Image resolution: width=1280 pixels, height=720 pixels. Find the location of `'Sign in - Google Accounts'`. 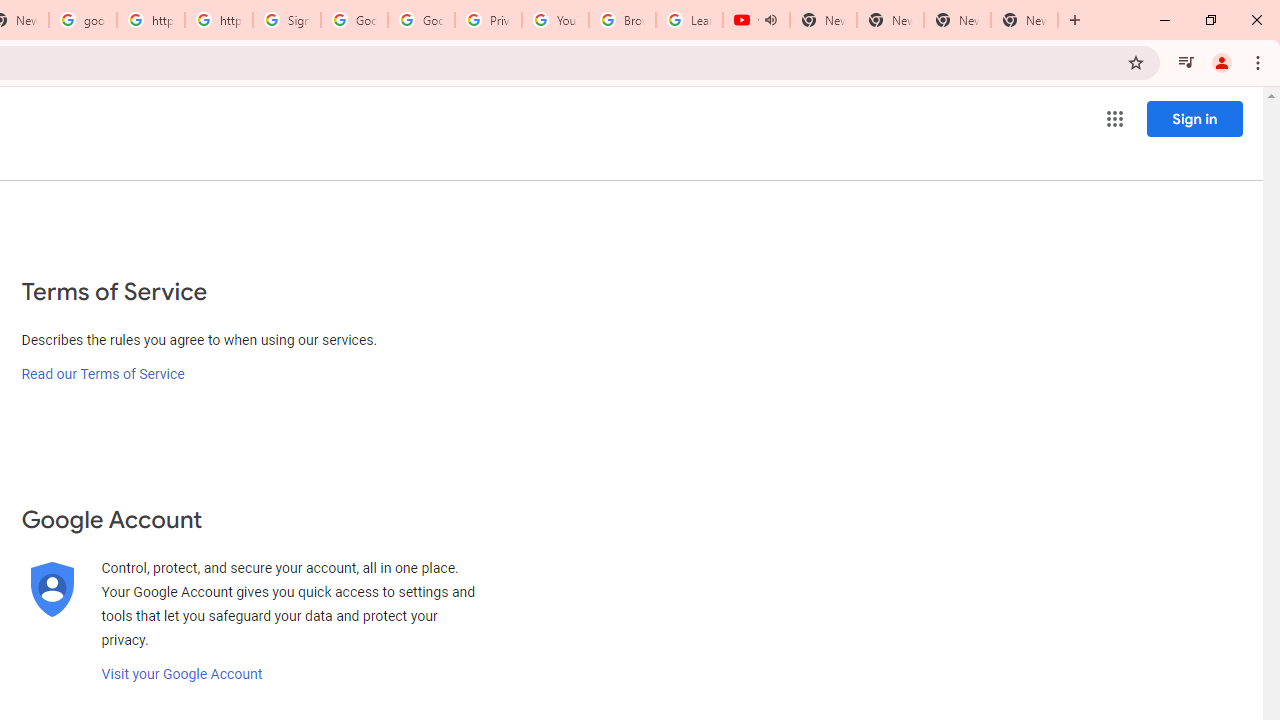

'Sign in - Google Accounts' is located at coordinates (286, 20).